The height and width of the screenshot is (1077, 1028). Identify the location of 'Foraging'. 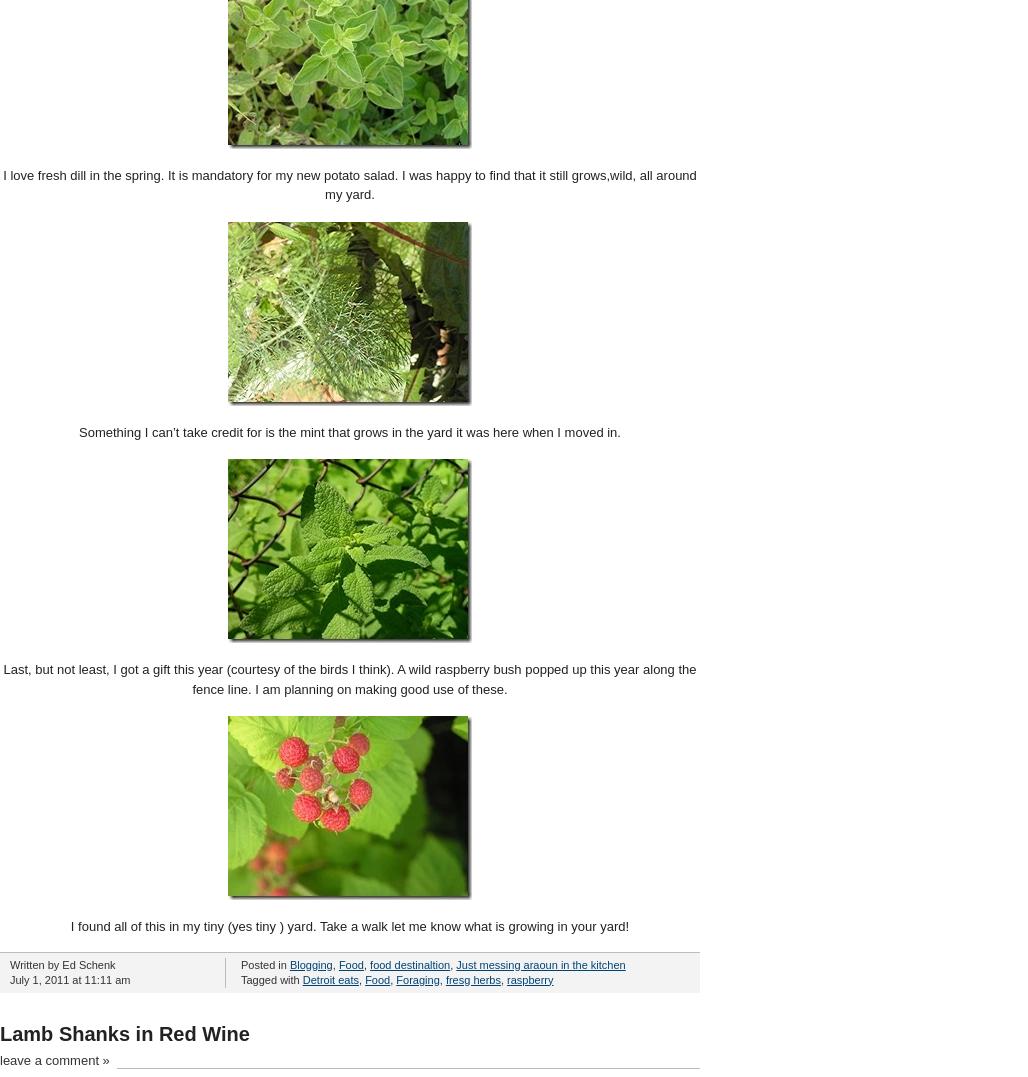
(417, 978).